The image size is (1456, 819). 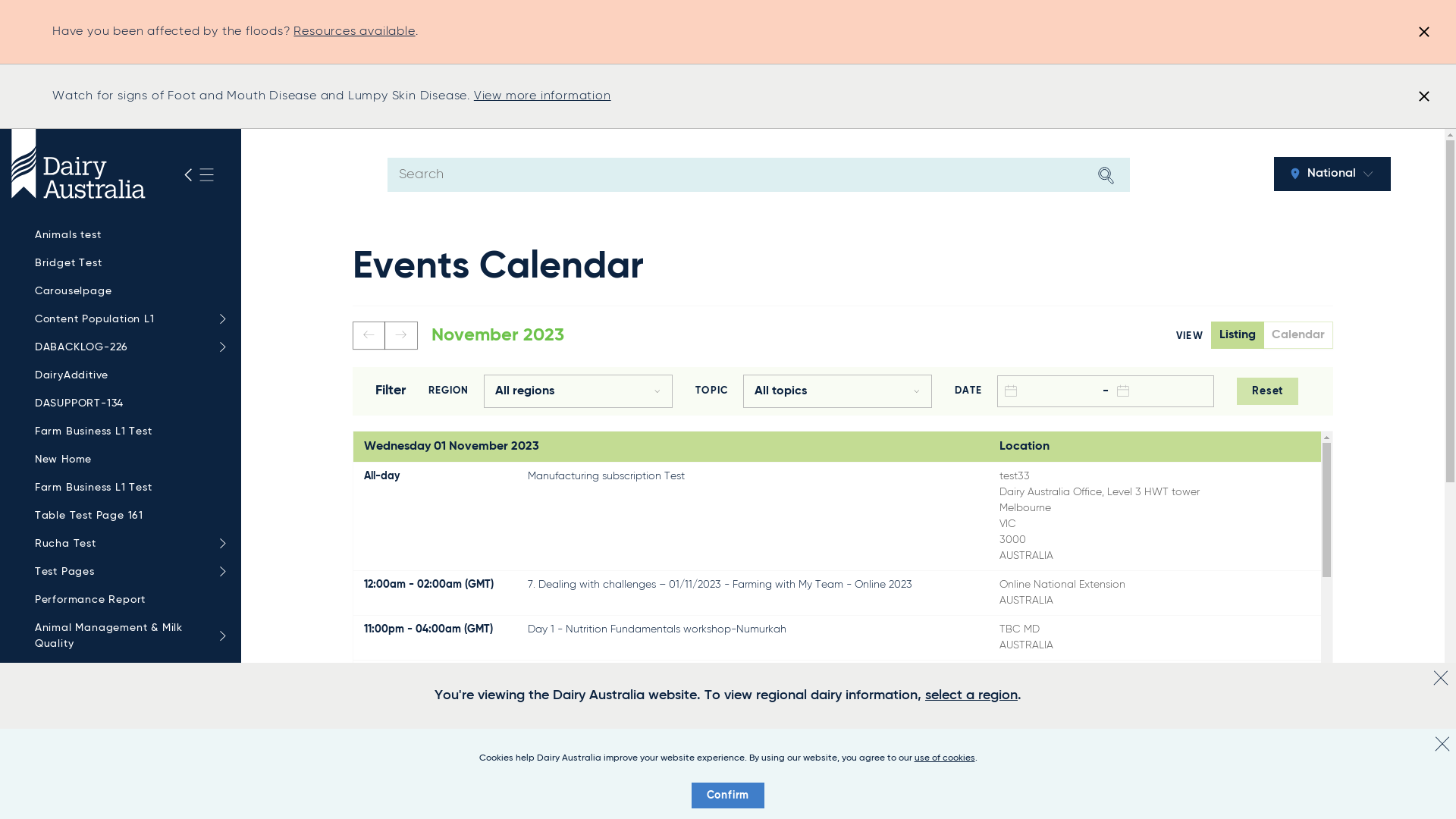 What do you see at coordinates (127, 291) in the screenshot?
I see `'Carouselpage'` at bounding box center [127, 291].